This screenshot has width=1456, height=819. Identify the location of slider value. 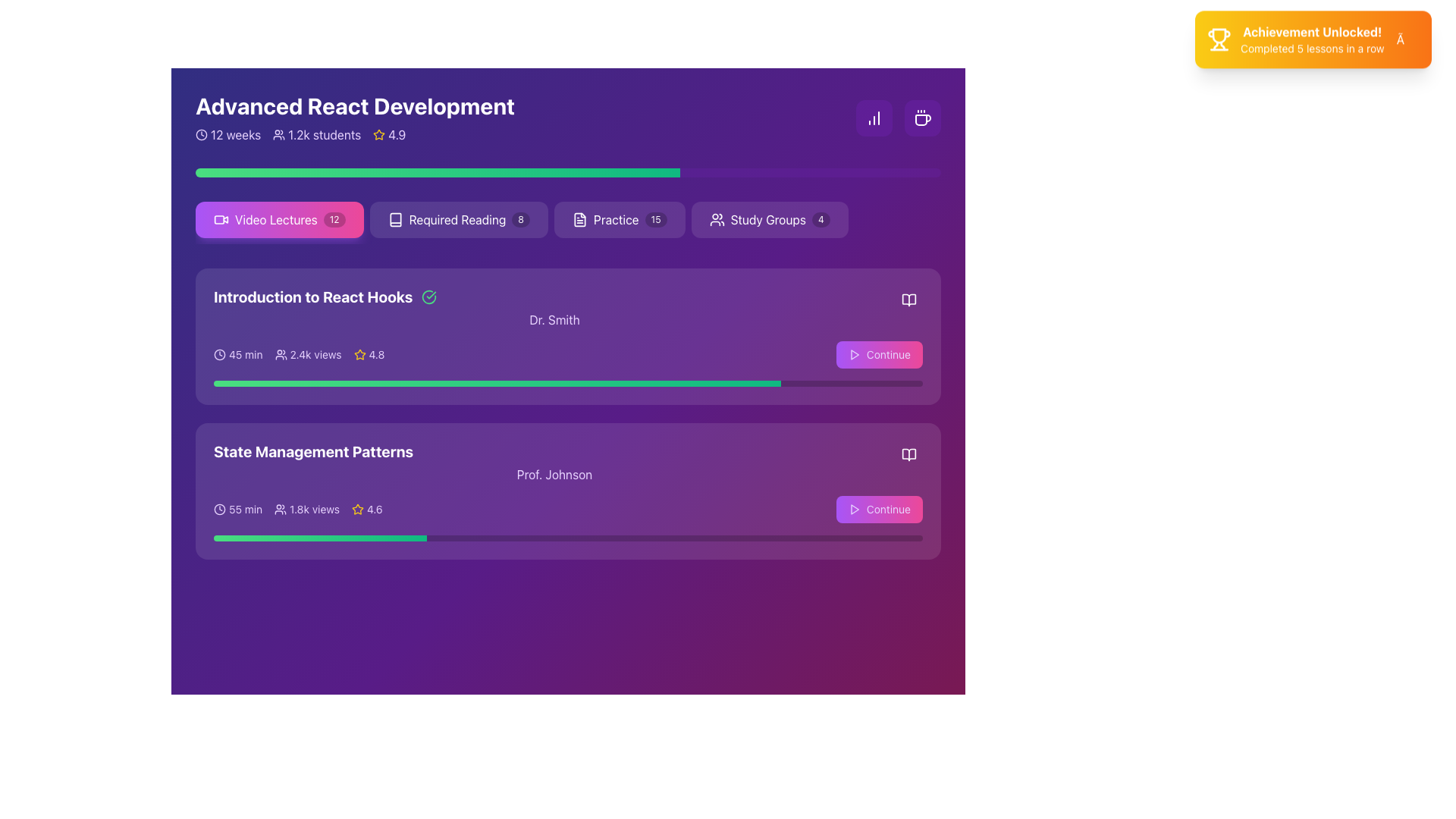
(656, 382).